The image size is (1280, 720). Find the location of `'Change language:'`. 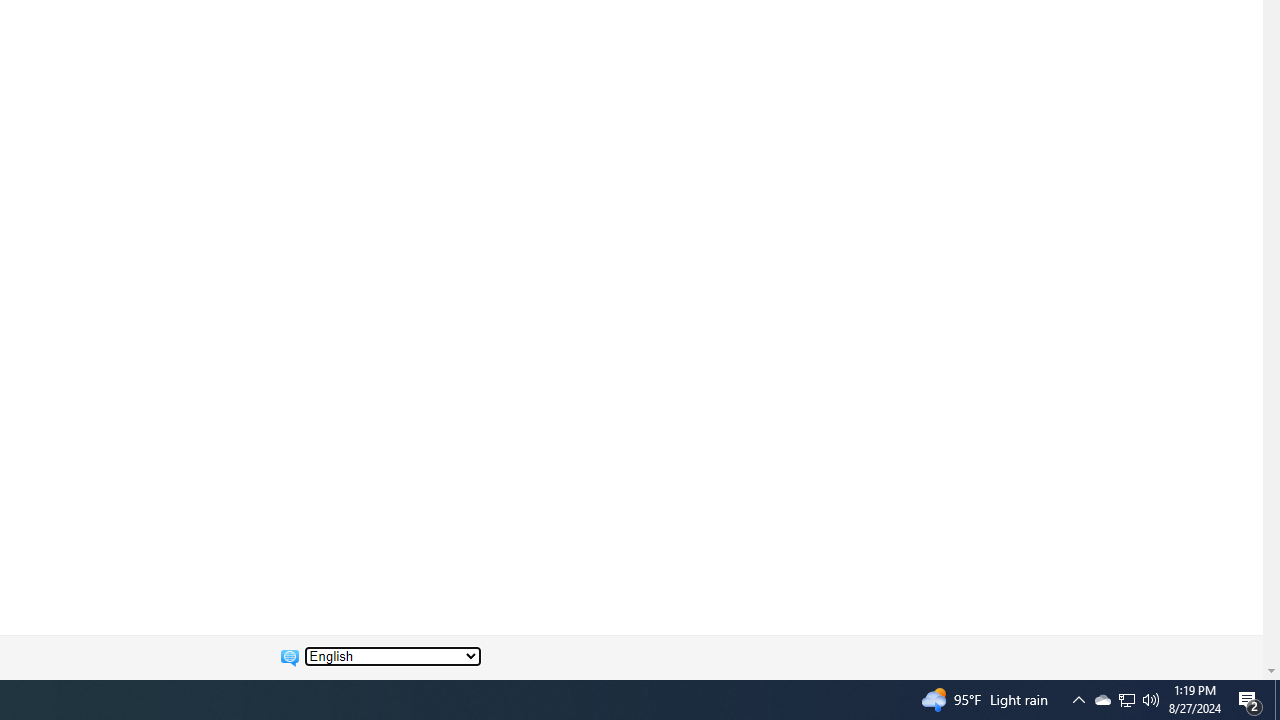

'Change language:' is located at coordinates (392, 656).